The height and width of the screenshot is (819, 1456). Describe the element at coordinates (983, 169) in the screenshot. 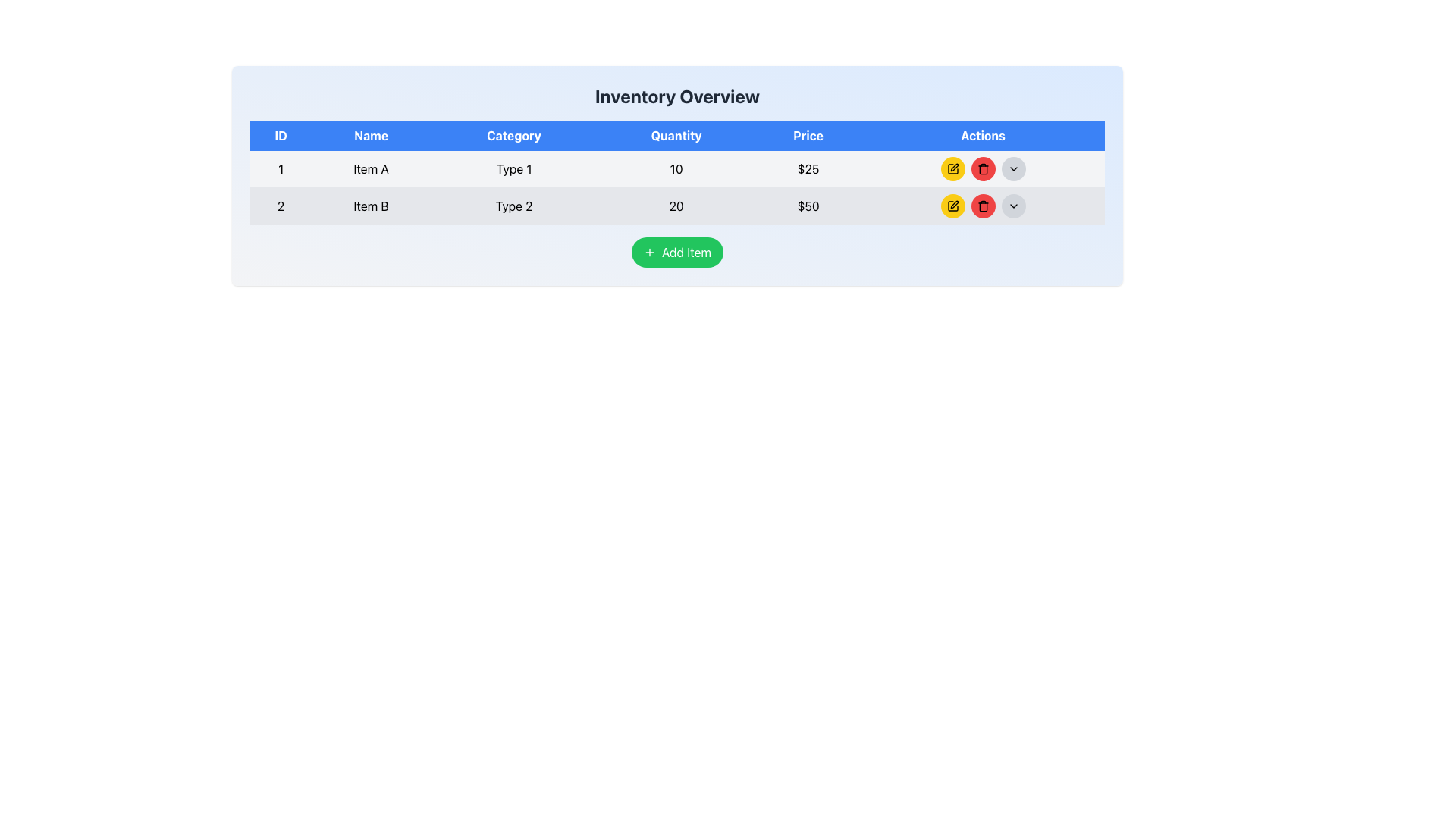

I see `the red trash can icon button located in the Actions column of the second row in the inventory table` at that location.